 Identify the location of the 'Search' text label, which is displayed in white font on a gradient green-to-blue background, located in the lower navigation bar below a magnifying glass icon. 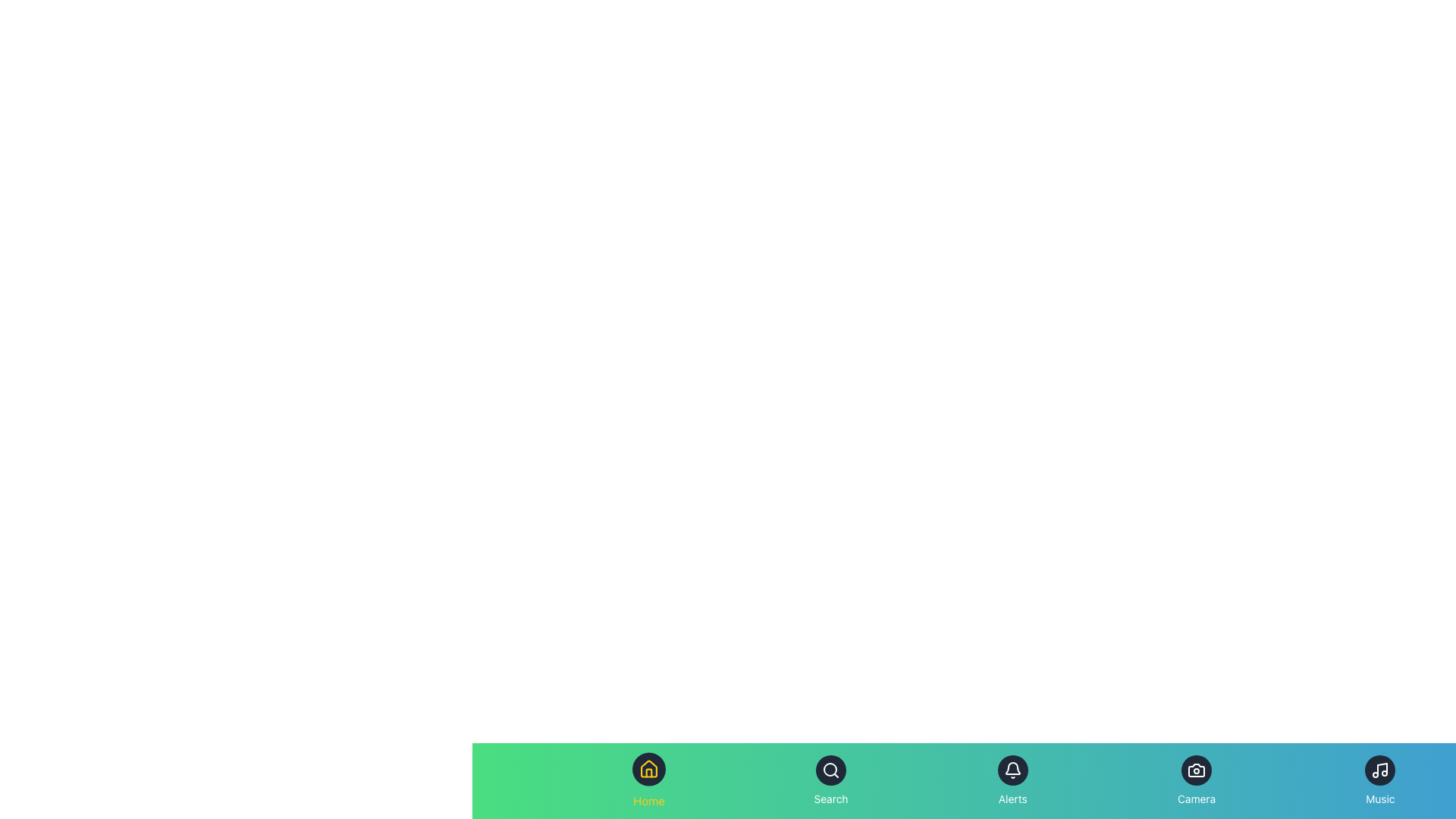
(830, 798).